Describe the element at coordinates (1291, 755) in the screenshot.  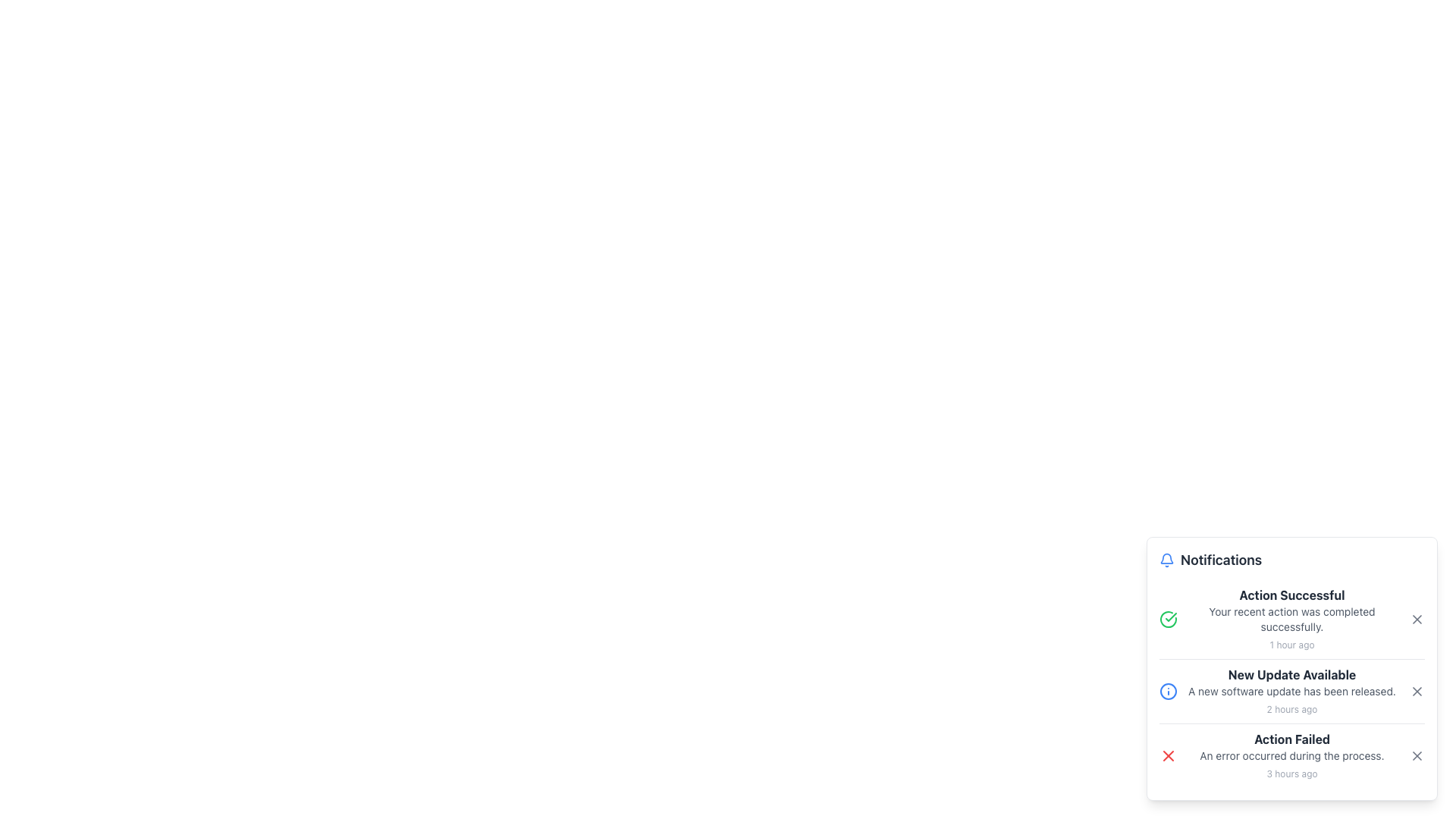
I see `the dismiss icon of the third notification card titled 'Action Failed', which is located at the bottom of the notification panel` at that location.